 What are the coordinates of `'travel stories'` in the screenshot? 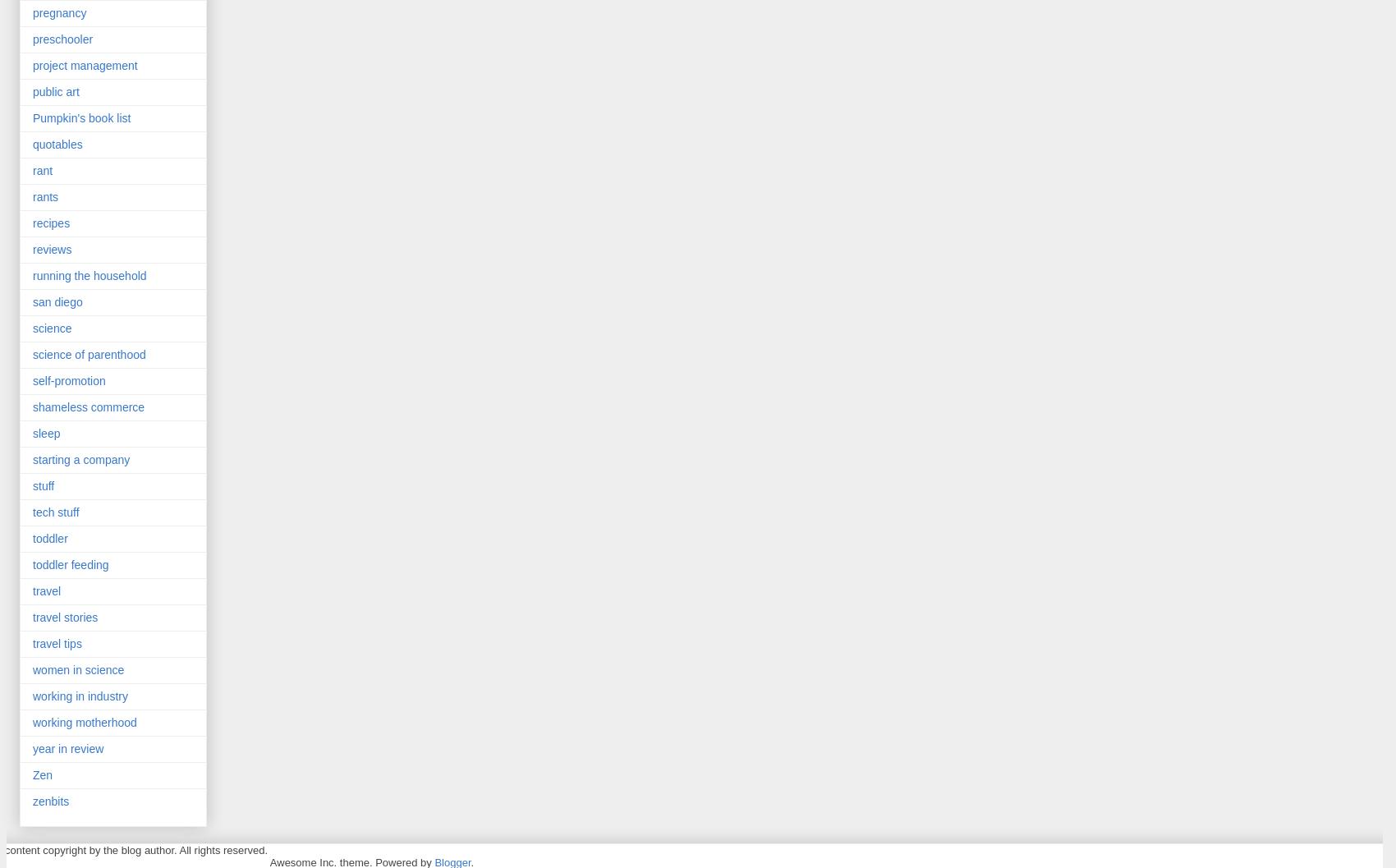 It's located at (32, 616).